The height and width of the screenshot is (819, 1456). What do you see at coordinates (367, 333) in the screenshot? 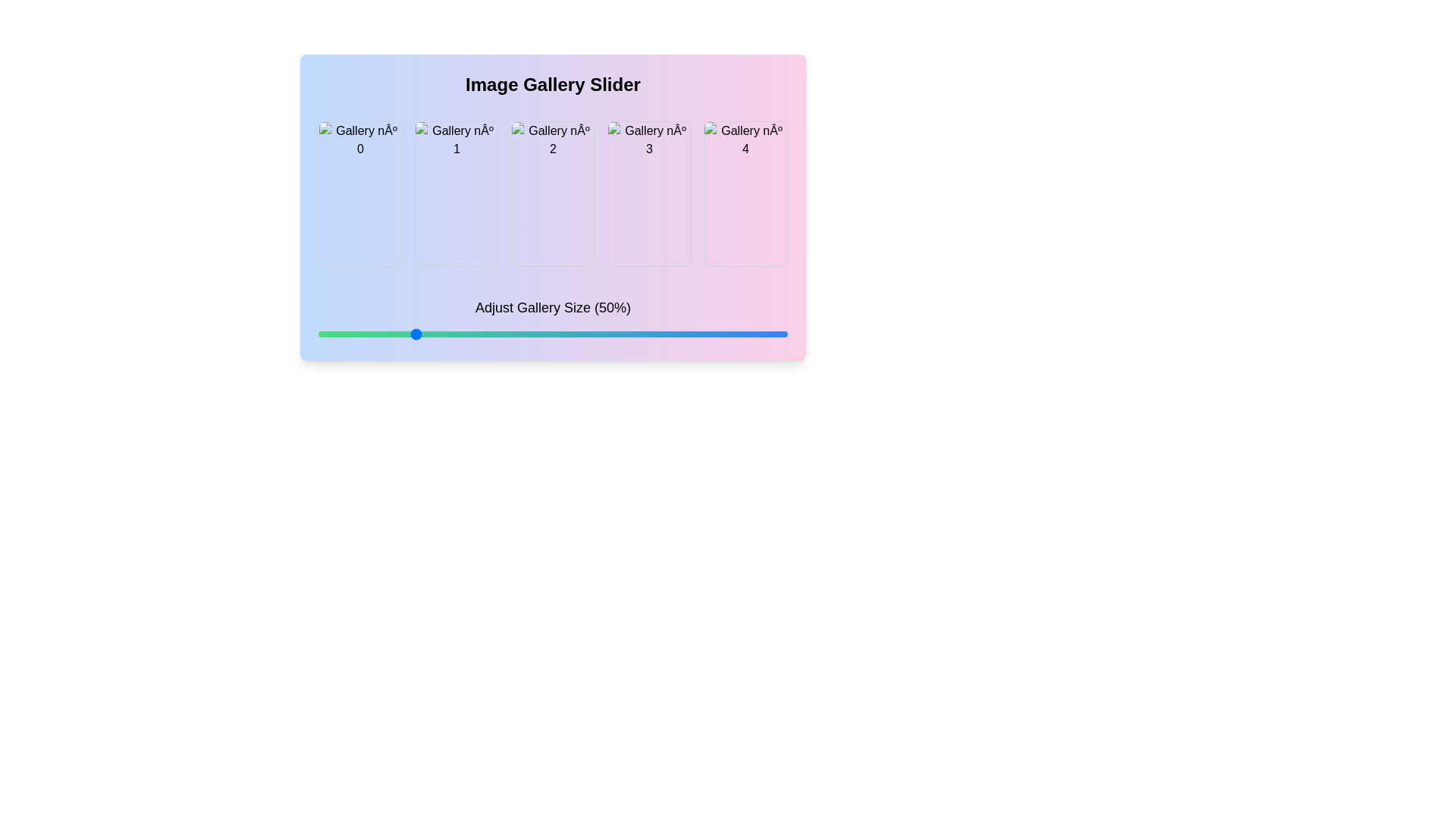
I see `the gallery size slider to 38%` at bounding box center [367, 333].